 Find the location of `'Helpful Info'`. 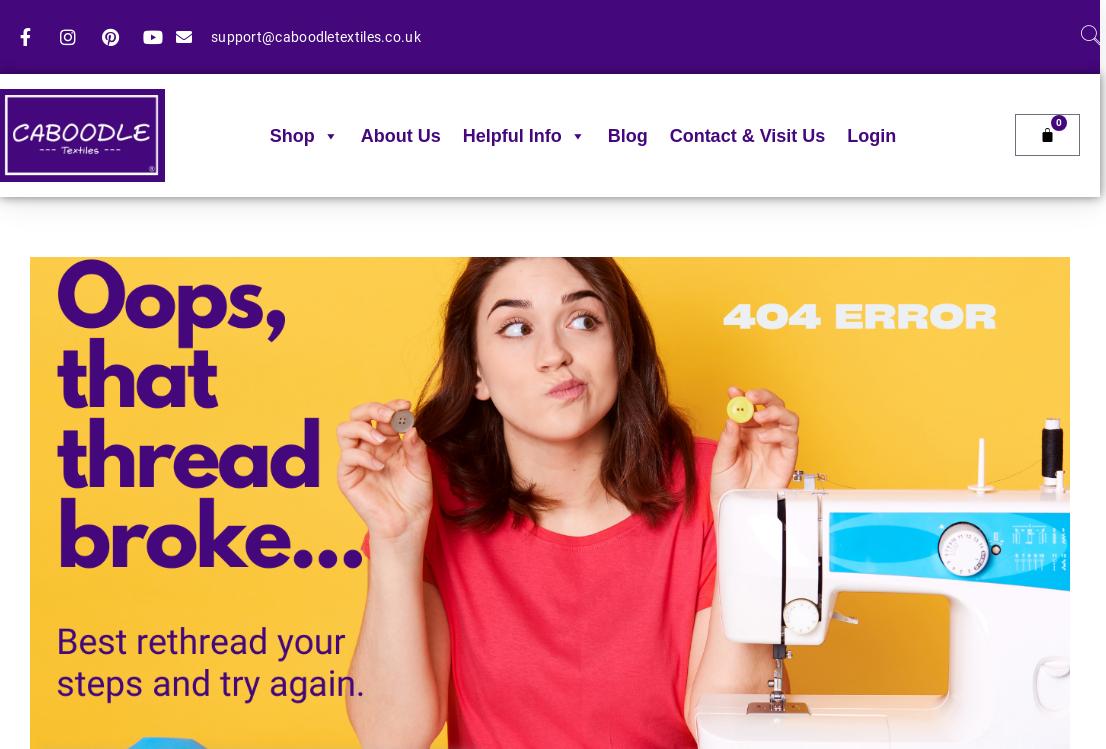

'Helpful Info' is located at coordinates (460, 136).